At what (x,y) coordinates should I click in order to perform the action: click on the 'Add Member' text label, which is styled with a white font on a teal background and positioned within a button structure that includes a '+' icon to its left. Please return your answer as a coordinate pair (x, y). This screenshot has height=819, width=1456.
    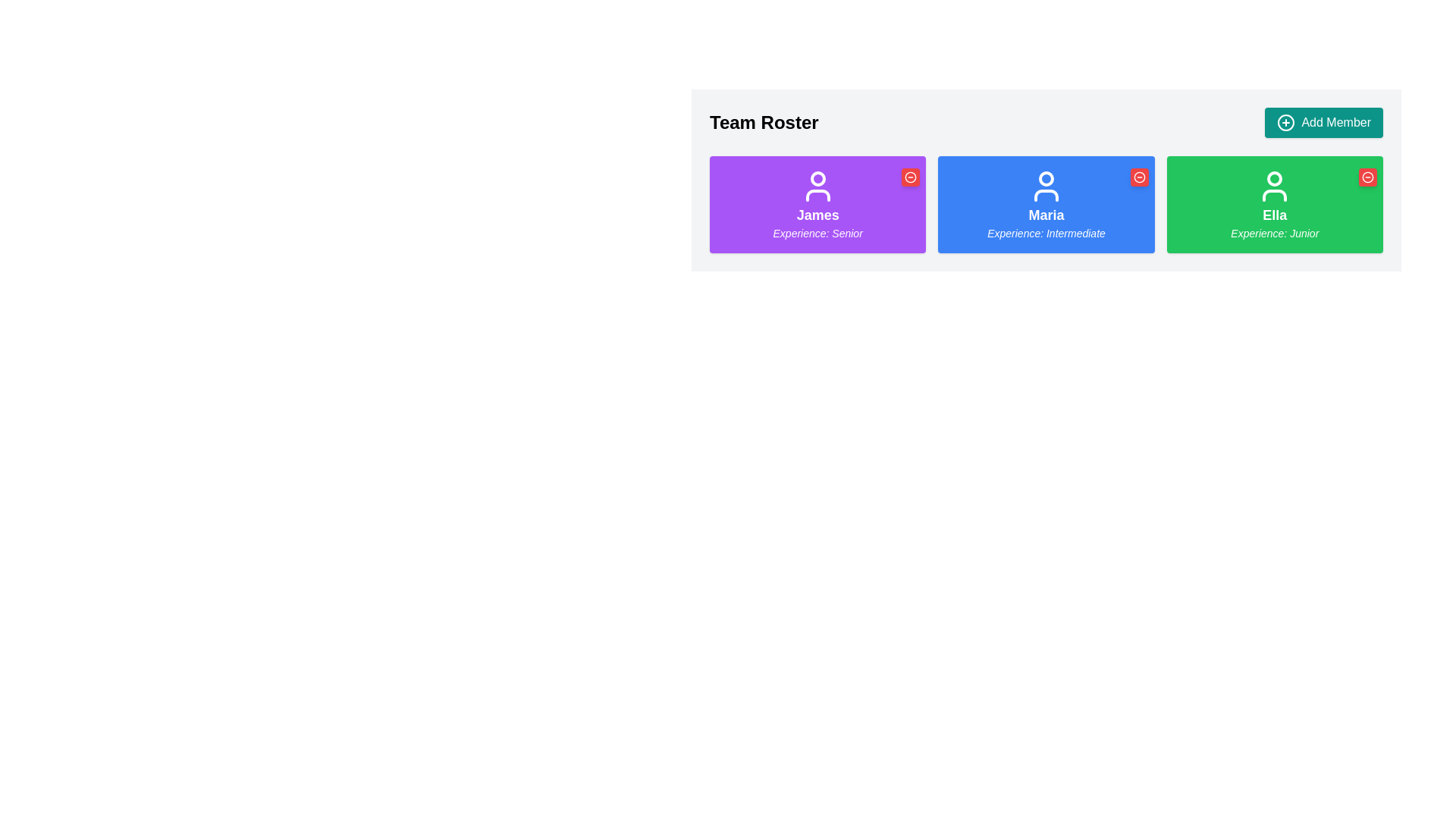
    Looking at the image, I should click on (1336, 122).